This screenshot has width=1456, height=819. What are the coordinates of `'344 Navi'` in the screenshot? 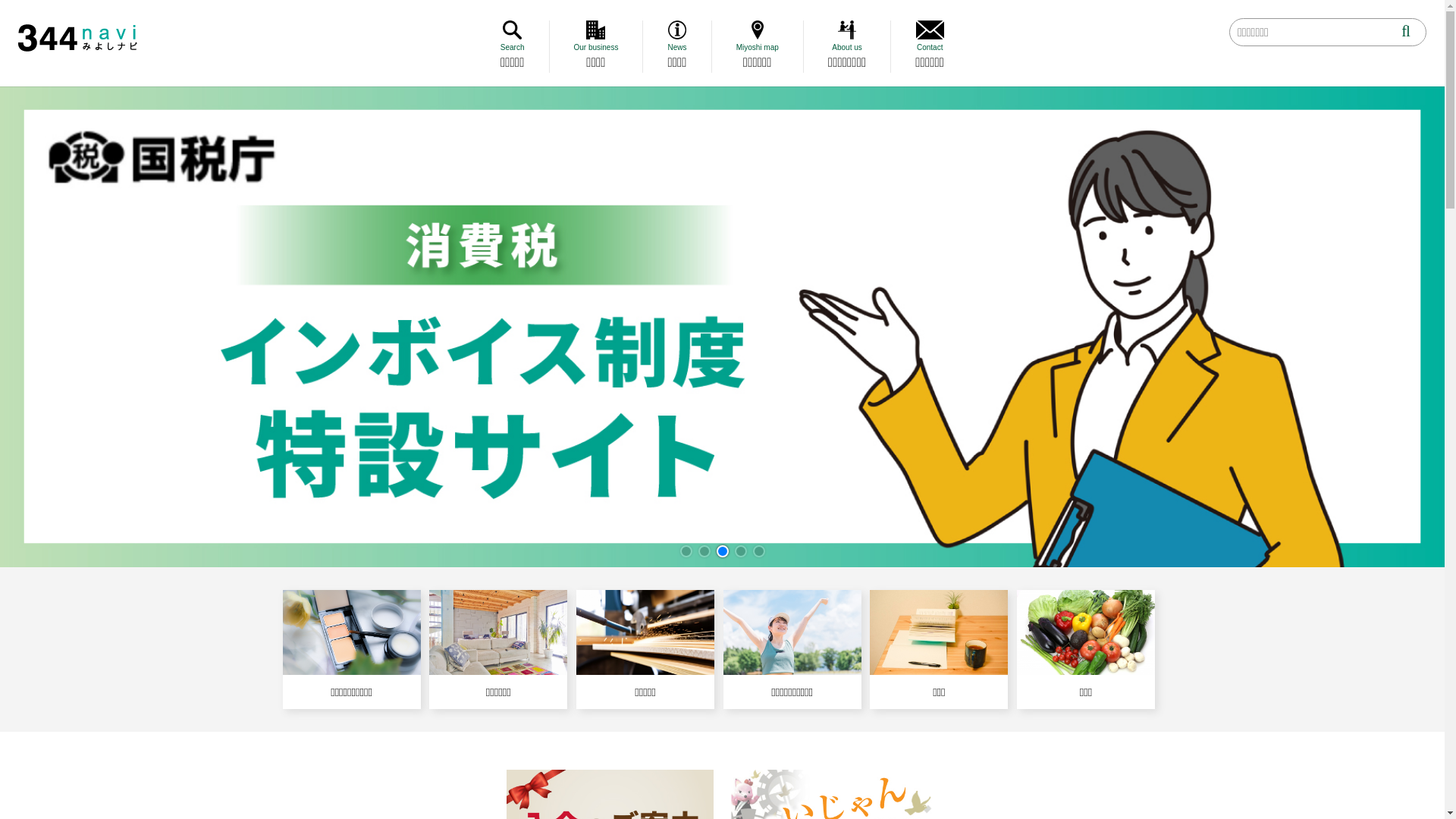 It's located at (77, 37).